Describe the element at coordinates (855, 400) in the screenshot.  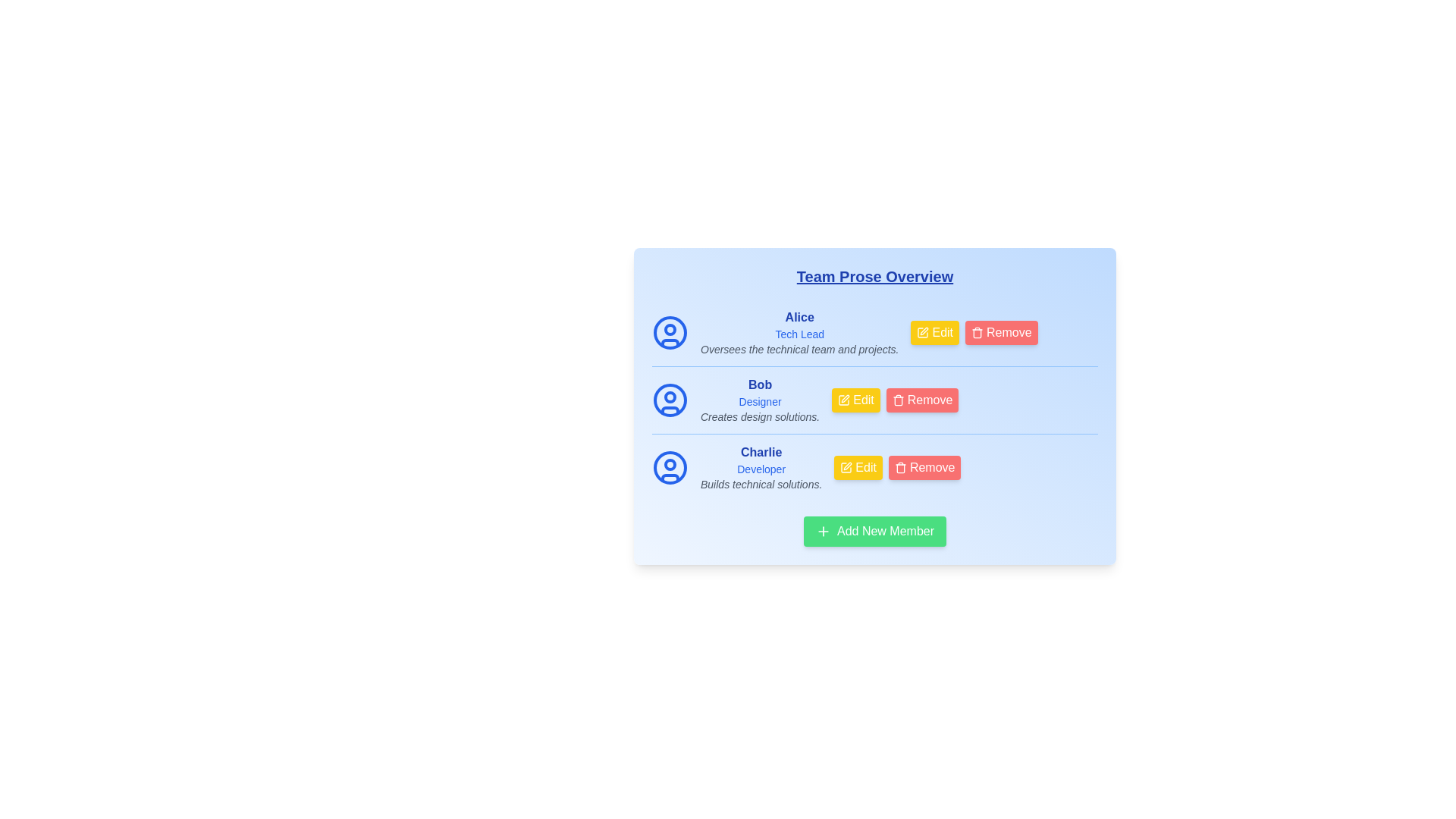
I see `the edit button located next to the 'Remove' button in Bob's profile section` at that location.